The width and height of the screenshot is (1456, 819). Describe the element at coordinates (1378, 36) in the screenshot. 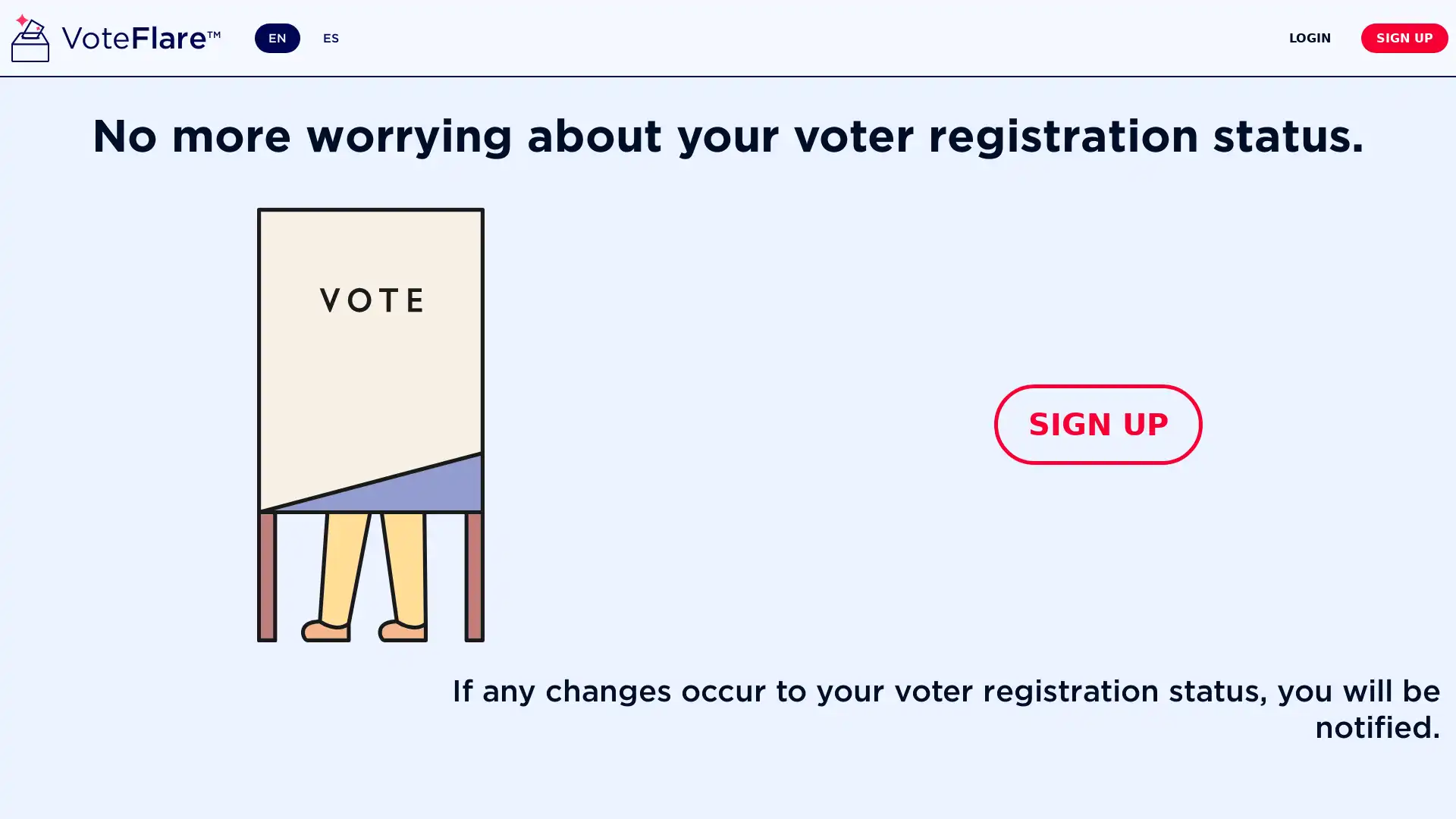

I see `SIGN UP` at that location.